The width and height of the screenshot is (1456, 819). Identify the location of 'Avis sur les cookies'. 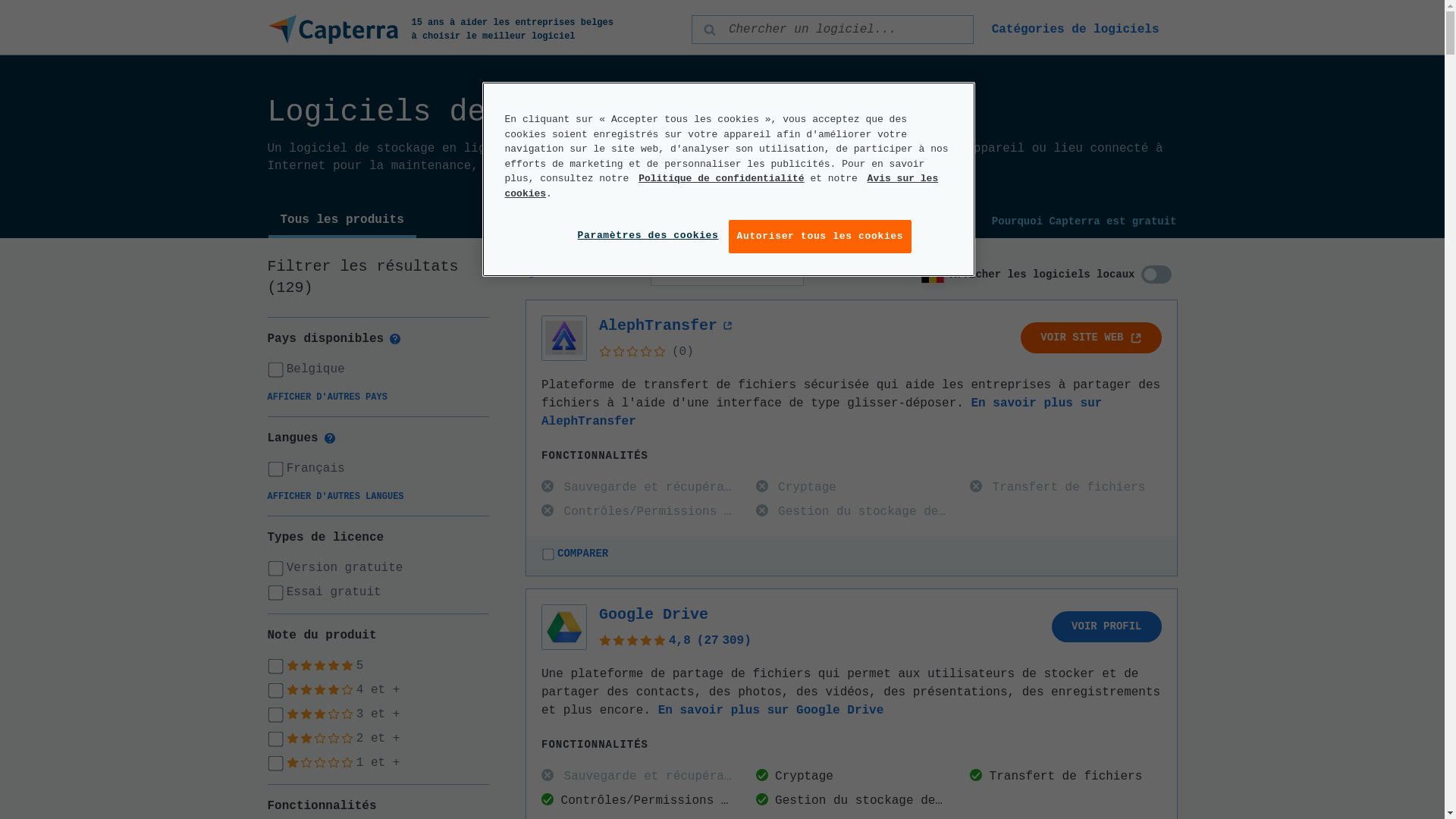
(720, 185).